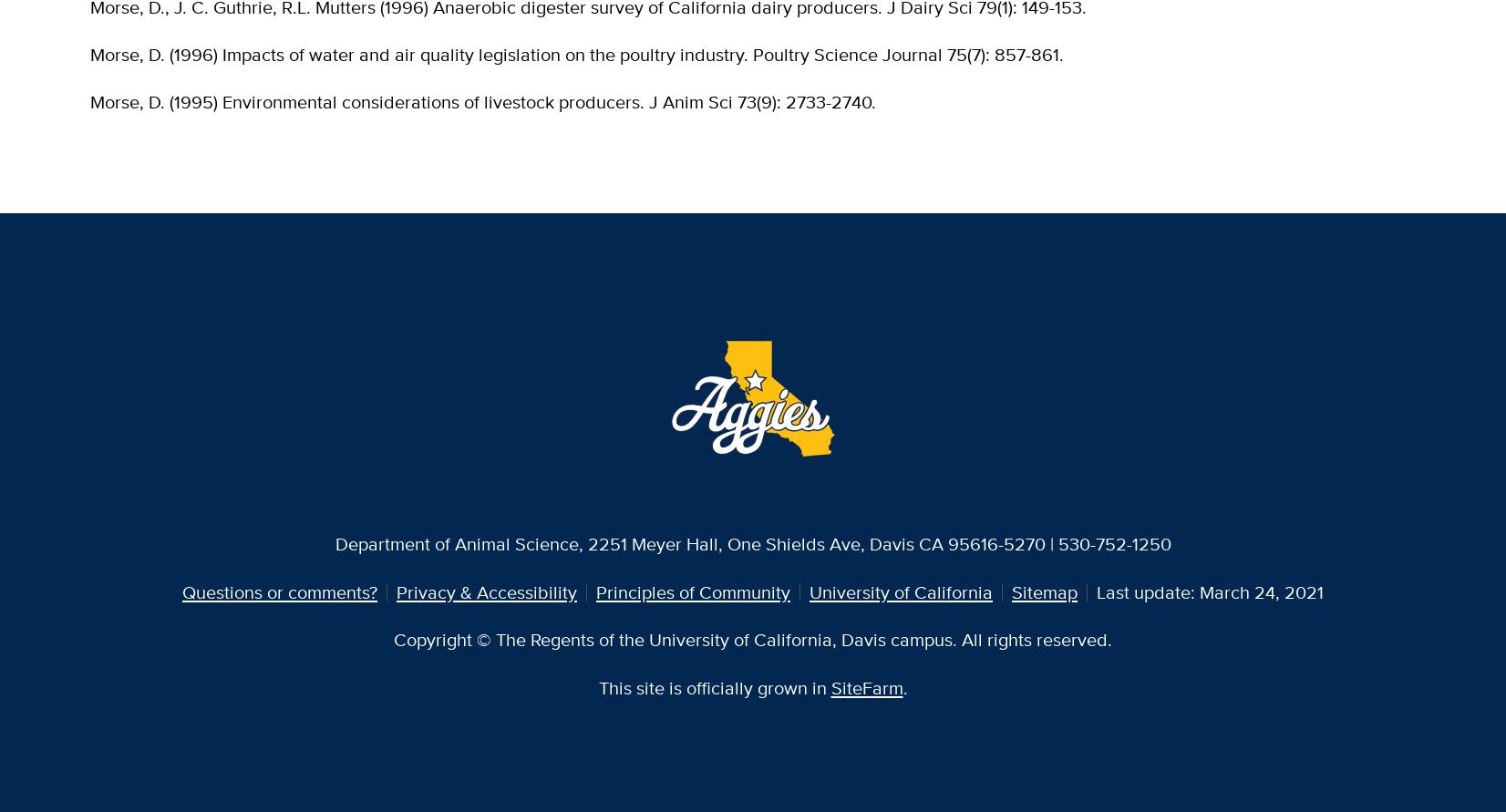  Describe the element at coordinates (335, 543) in the screenshot. I see `'Department of Animal Science, 2251 Meyer Hall, One Shields Ave, Davis CA 95616-5270 | 530-752-1250'` at that location.